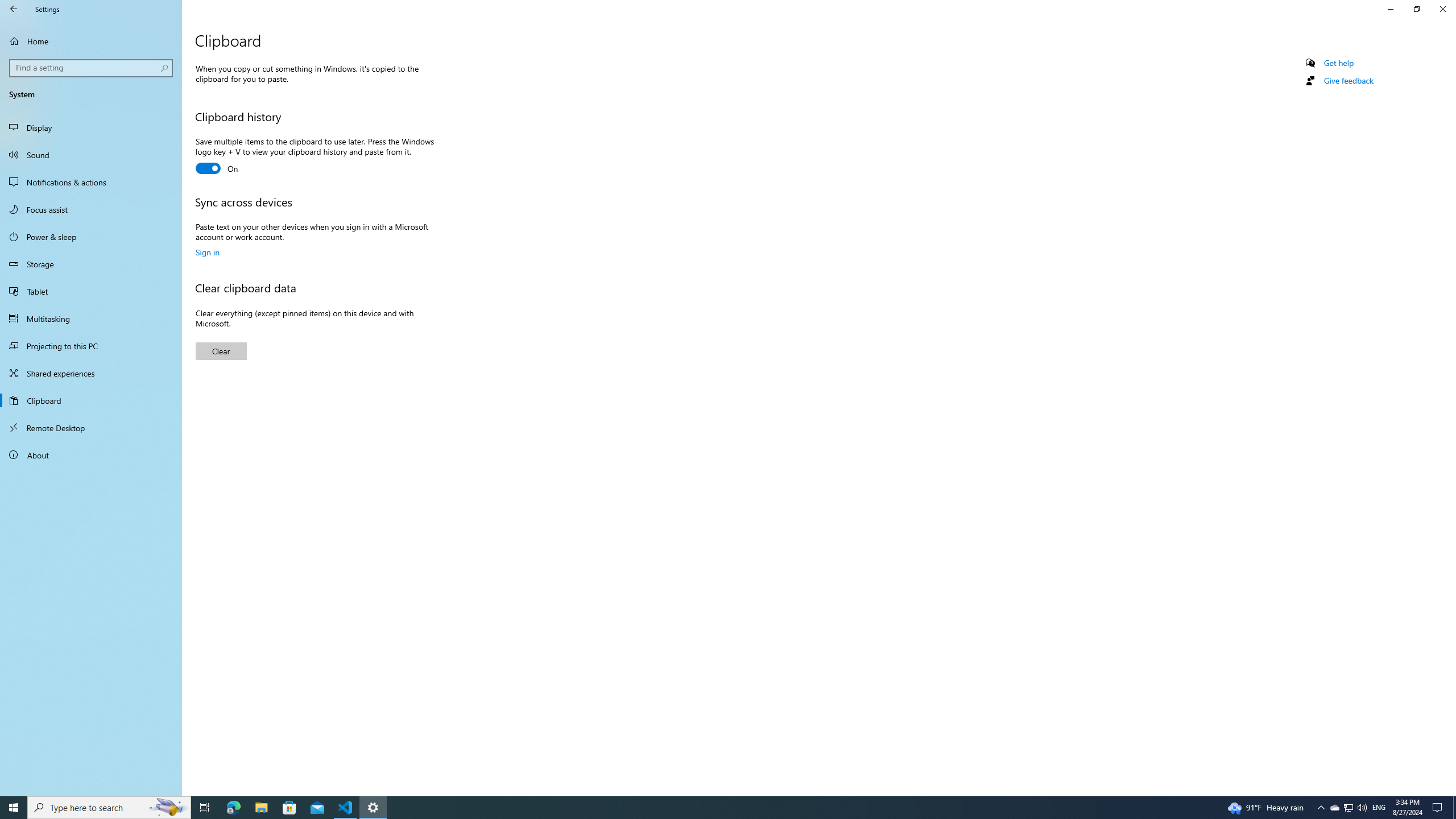 The height and width of the screenshot is (819, 1456). Describe the element at coordinates (90, 454) in the screenshot. I see `'About'` at that location.